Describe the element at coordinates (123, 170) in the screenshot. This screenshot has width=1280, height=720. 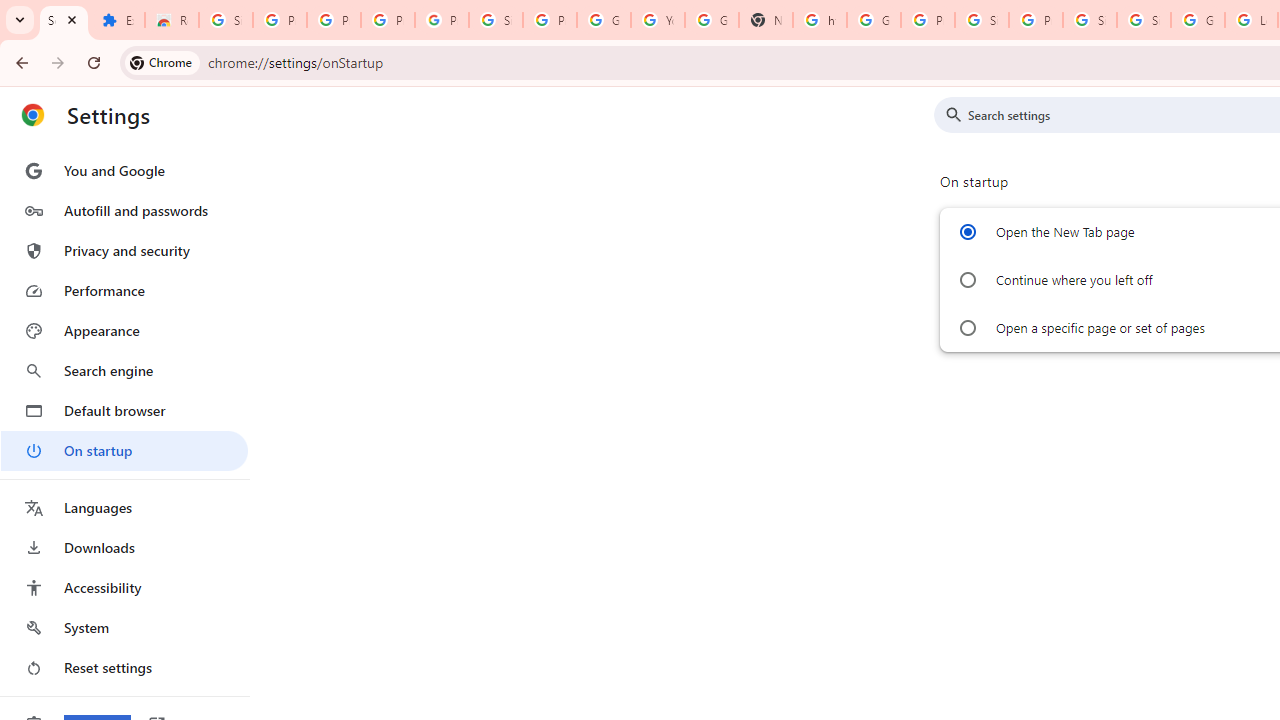
I see `'You and Google'` at that location.